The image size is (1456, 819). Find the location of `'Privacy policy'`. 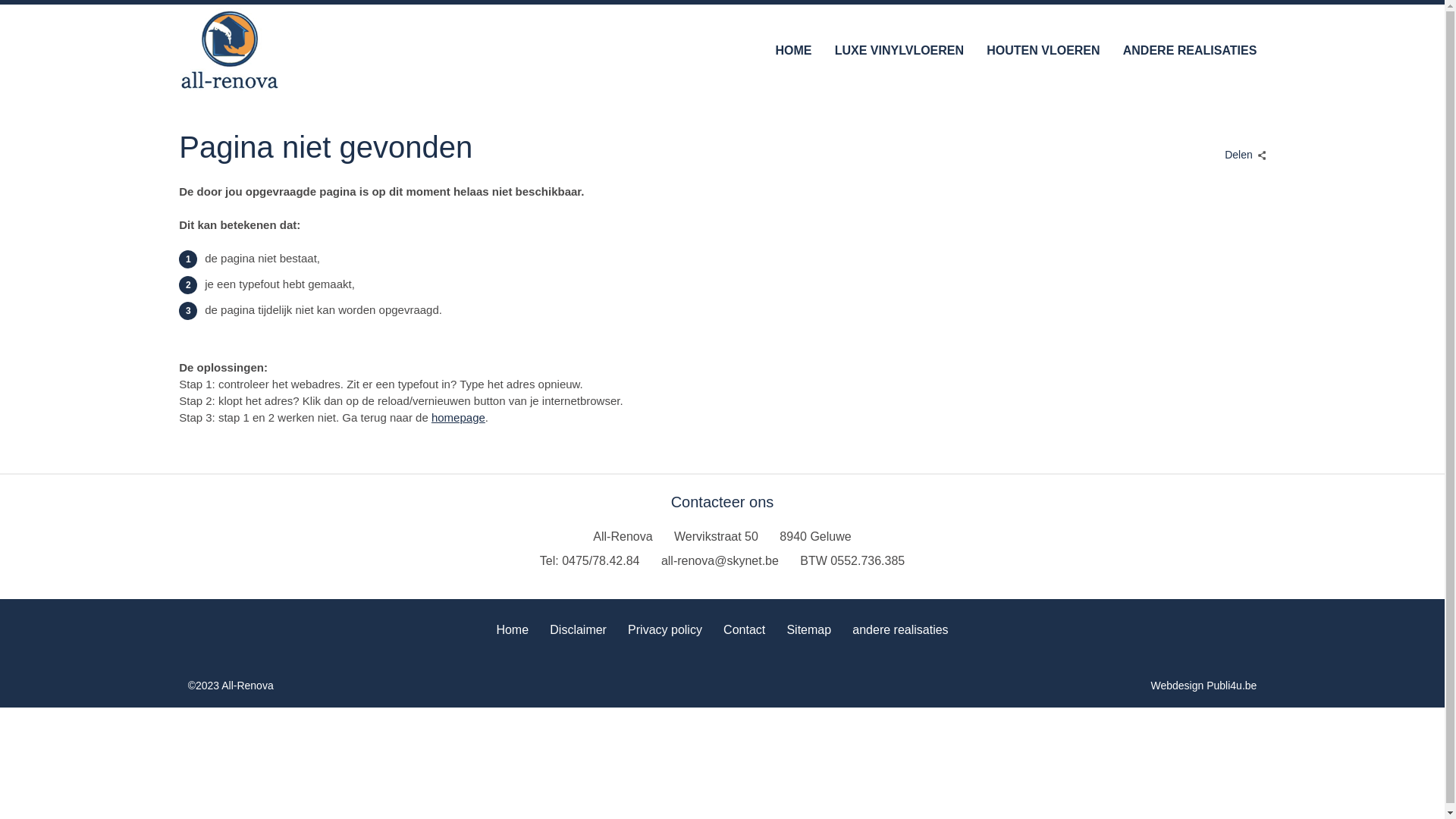

'Privacy policy' is located at coordinates (665, 627).